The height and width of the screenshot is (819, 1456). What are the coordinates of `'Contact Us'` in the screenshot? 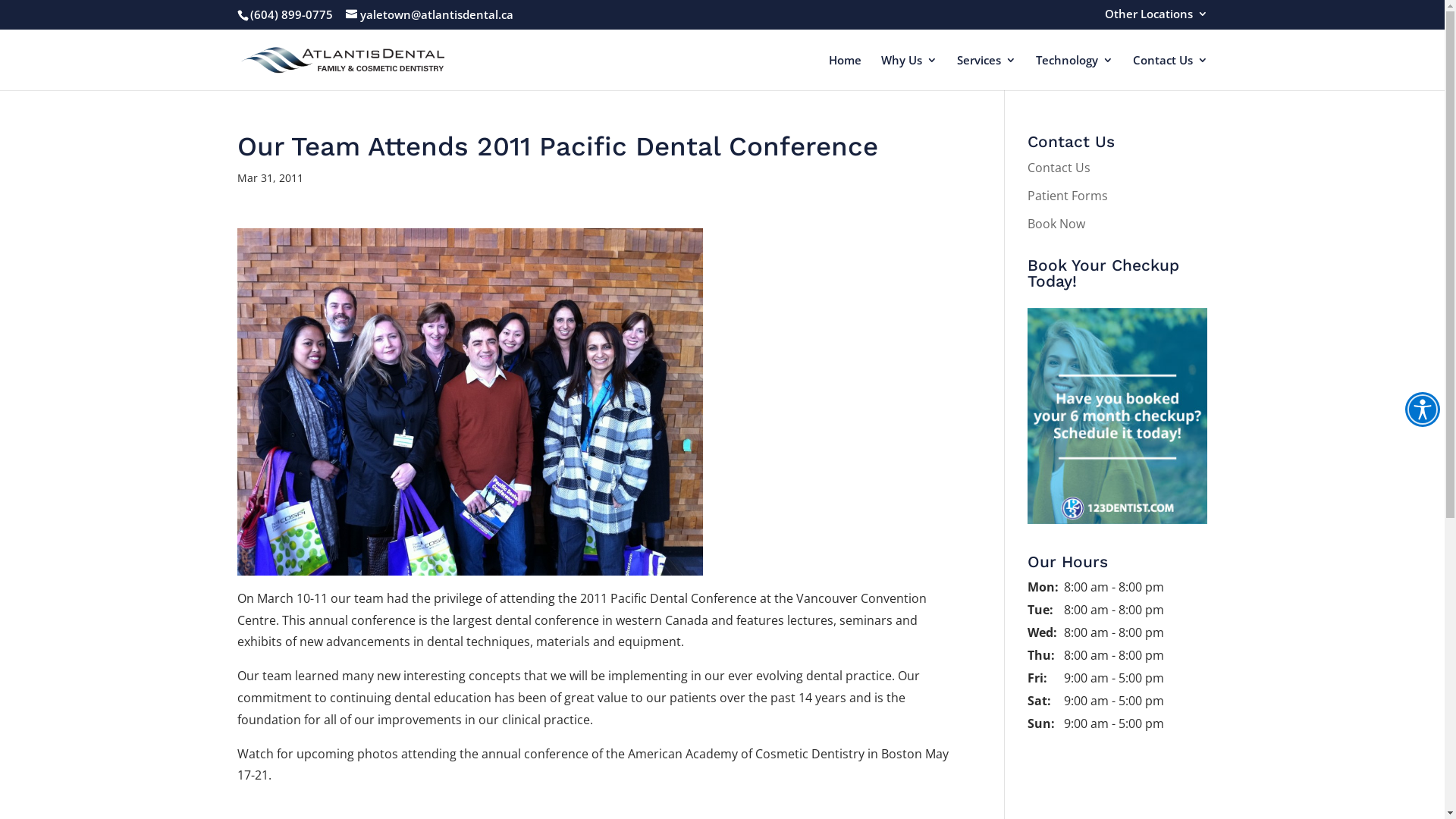 It's located at (1027, 167).